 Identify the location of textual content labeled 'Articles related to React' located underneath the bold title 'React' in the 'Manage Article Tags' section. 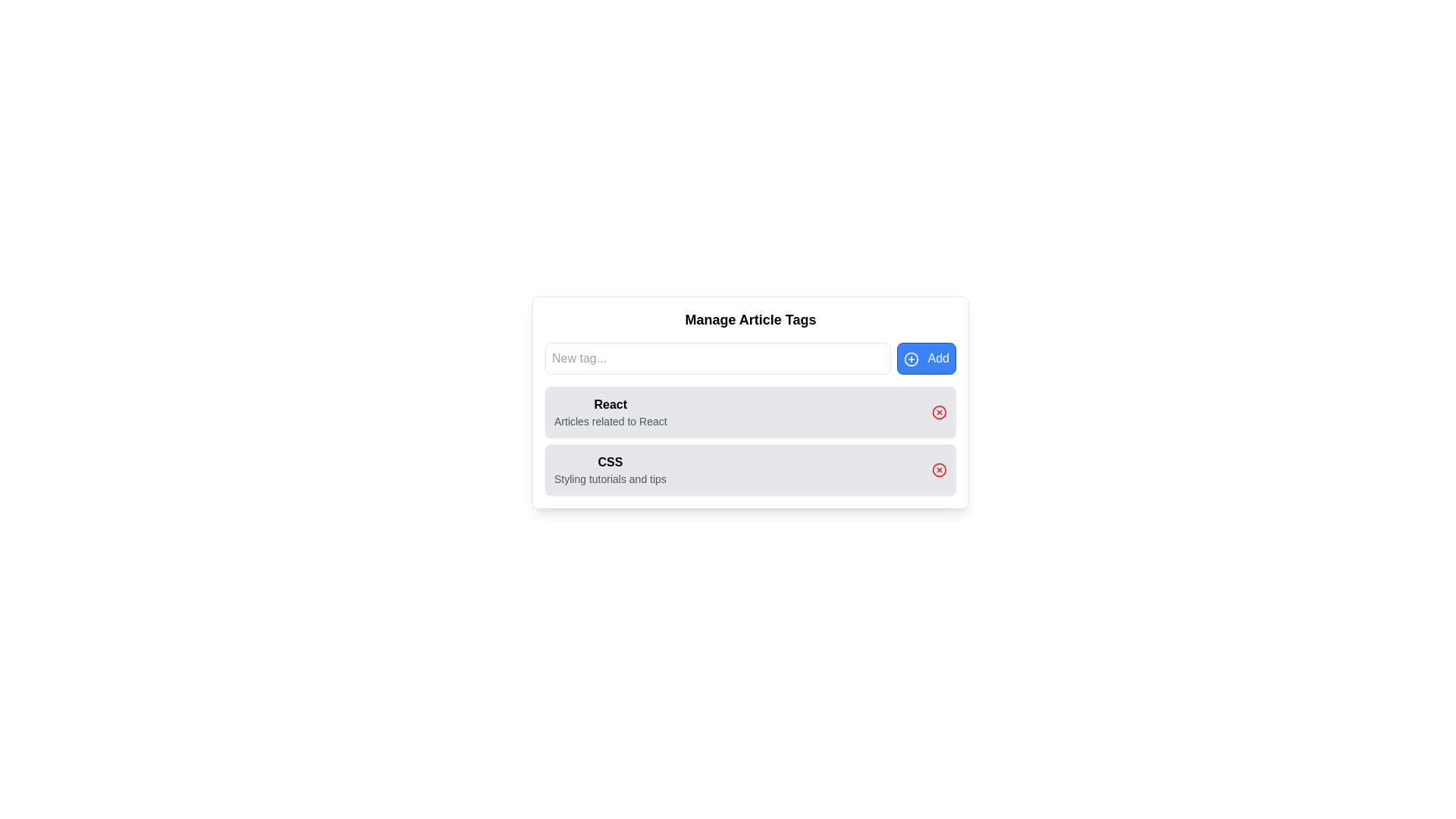
(610, 421).